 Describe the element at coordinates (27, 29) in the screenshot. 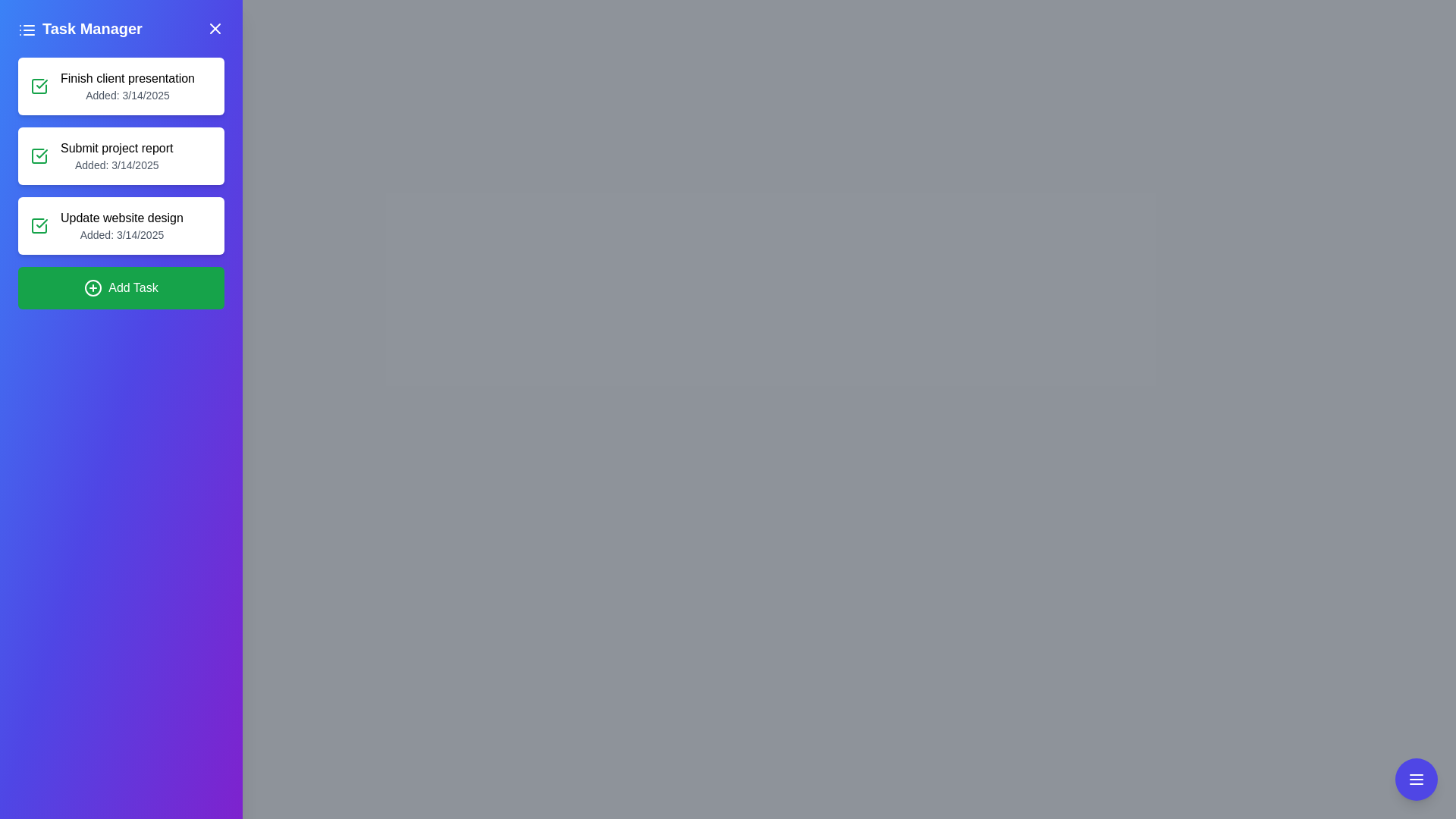

I see `the SVG Icon located in the 'Task Manager' title area, which is positioned to the left of the 'Task Manager' text and adjacent to the close button` at that location.